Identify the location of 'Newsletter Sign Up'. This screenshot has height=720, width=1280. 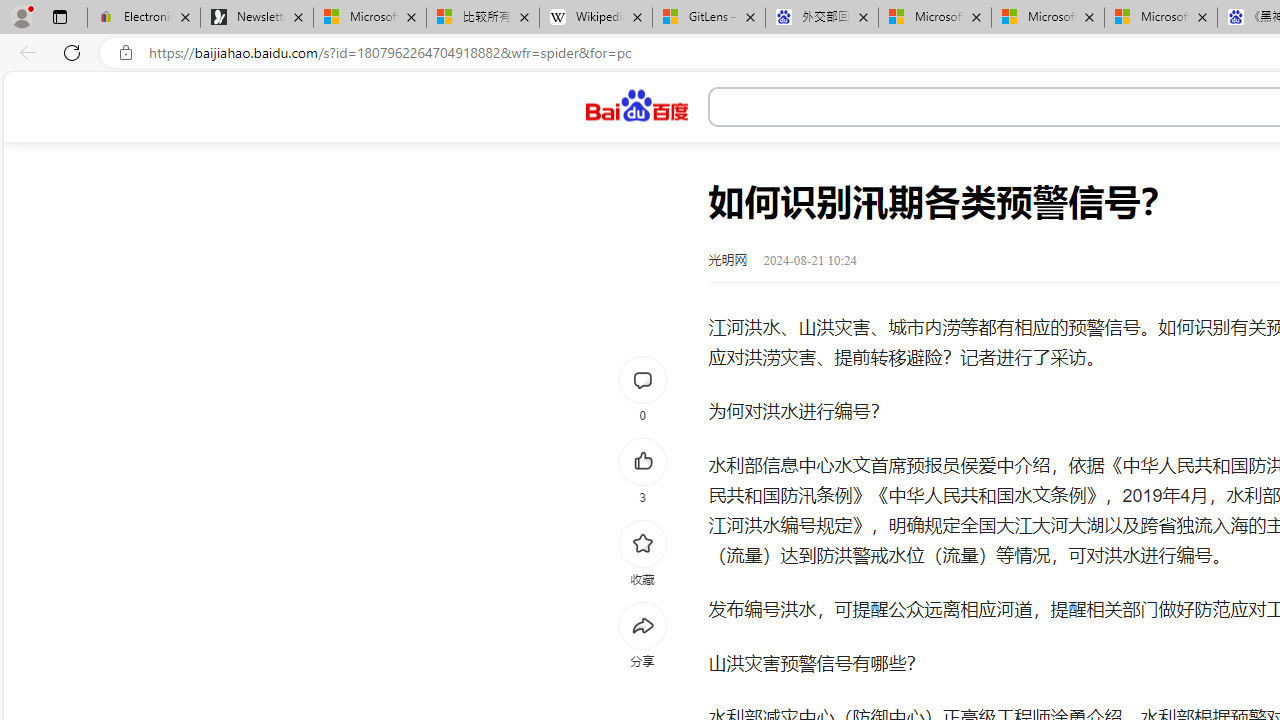
(256, 17).